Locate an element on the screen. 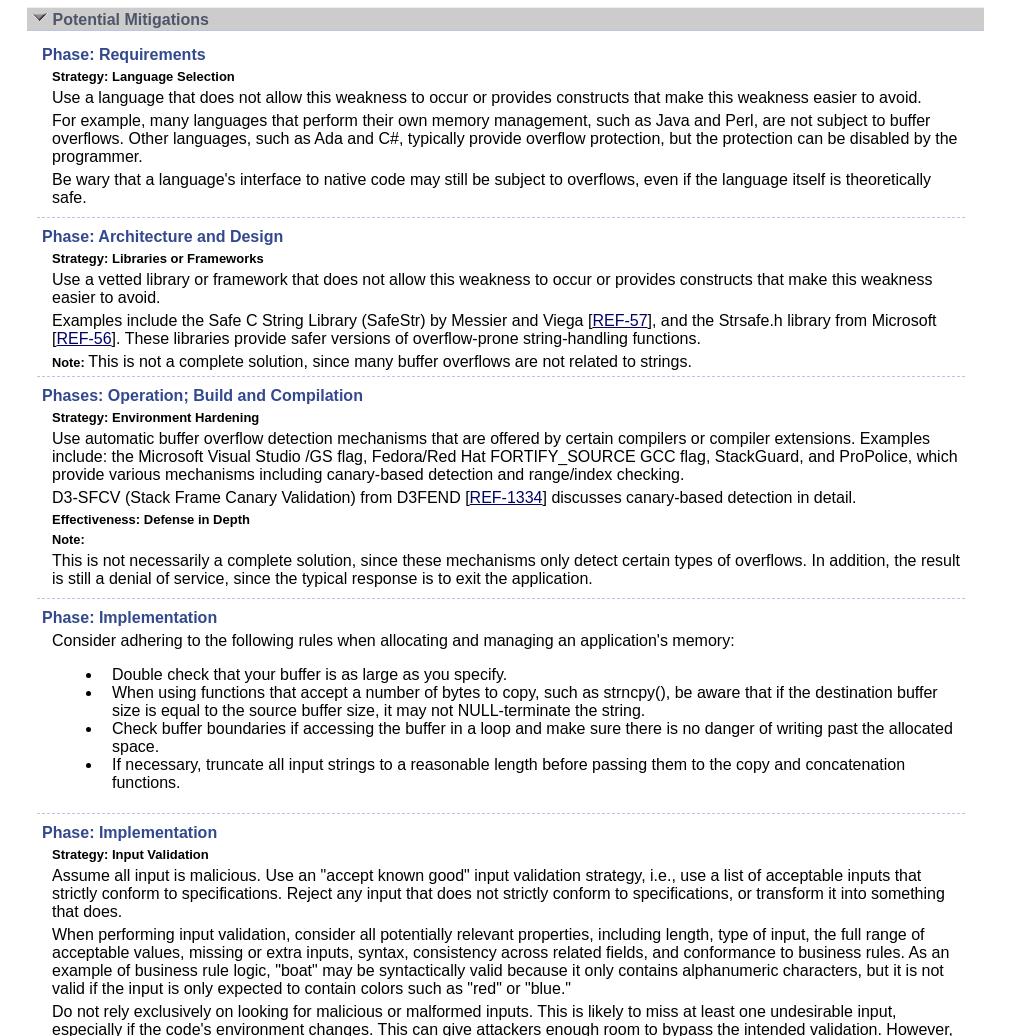 Image resolution: width=1020 pixels, height=1036 pixels. 'Consider adhering to the following rules when allocating and managing an application's memory:' is located at coordinates (52, 640).